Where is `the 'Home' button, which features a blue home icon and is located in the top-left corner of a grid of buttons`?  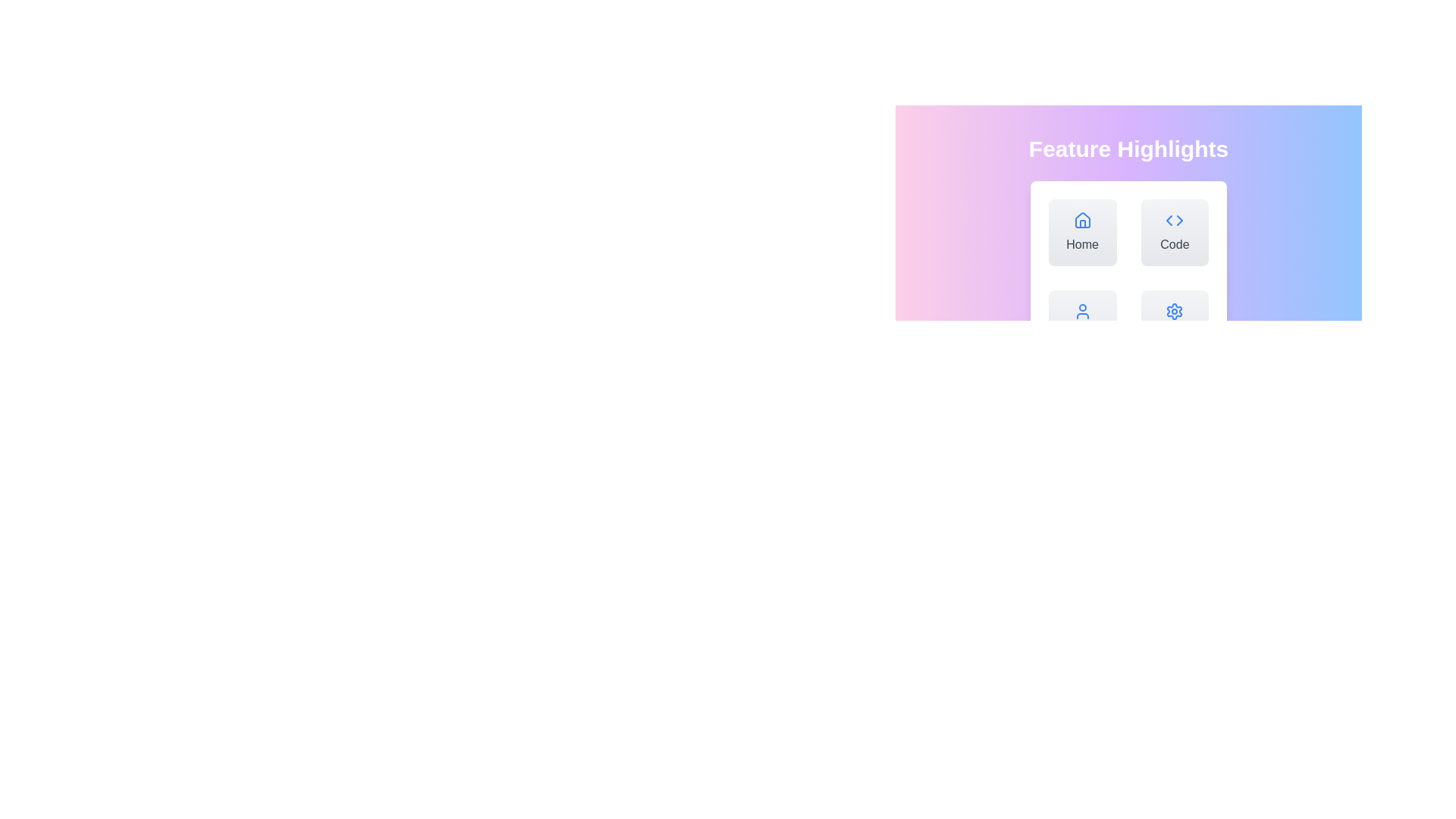 the 'Home' button, which features a blue home icon and is located in the top-left corner of a grid of buttons is located at coordinates (1081, 233).